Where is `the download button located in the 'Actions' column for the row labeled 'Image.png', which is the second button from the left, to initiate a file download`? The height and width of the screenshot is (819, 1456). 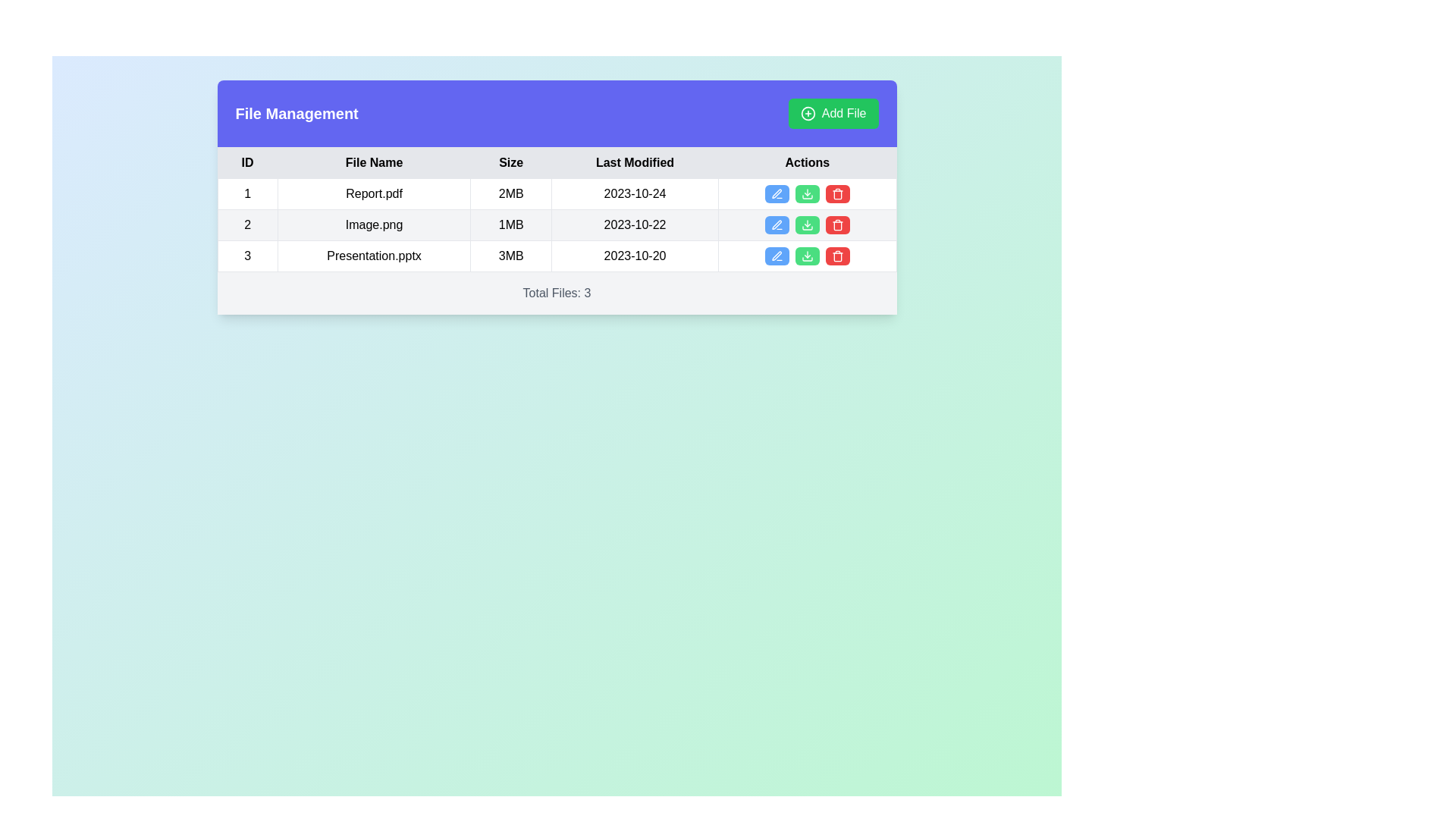
the download button located in the 'Actions' column for the row labeled 'Image.png', which is the second button from the left, to initiate a file download is located at coordinates (806, 225).